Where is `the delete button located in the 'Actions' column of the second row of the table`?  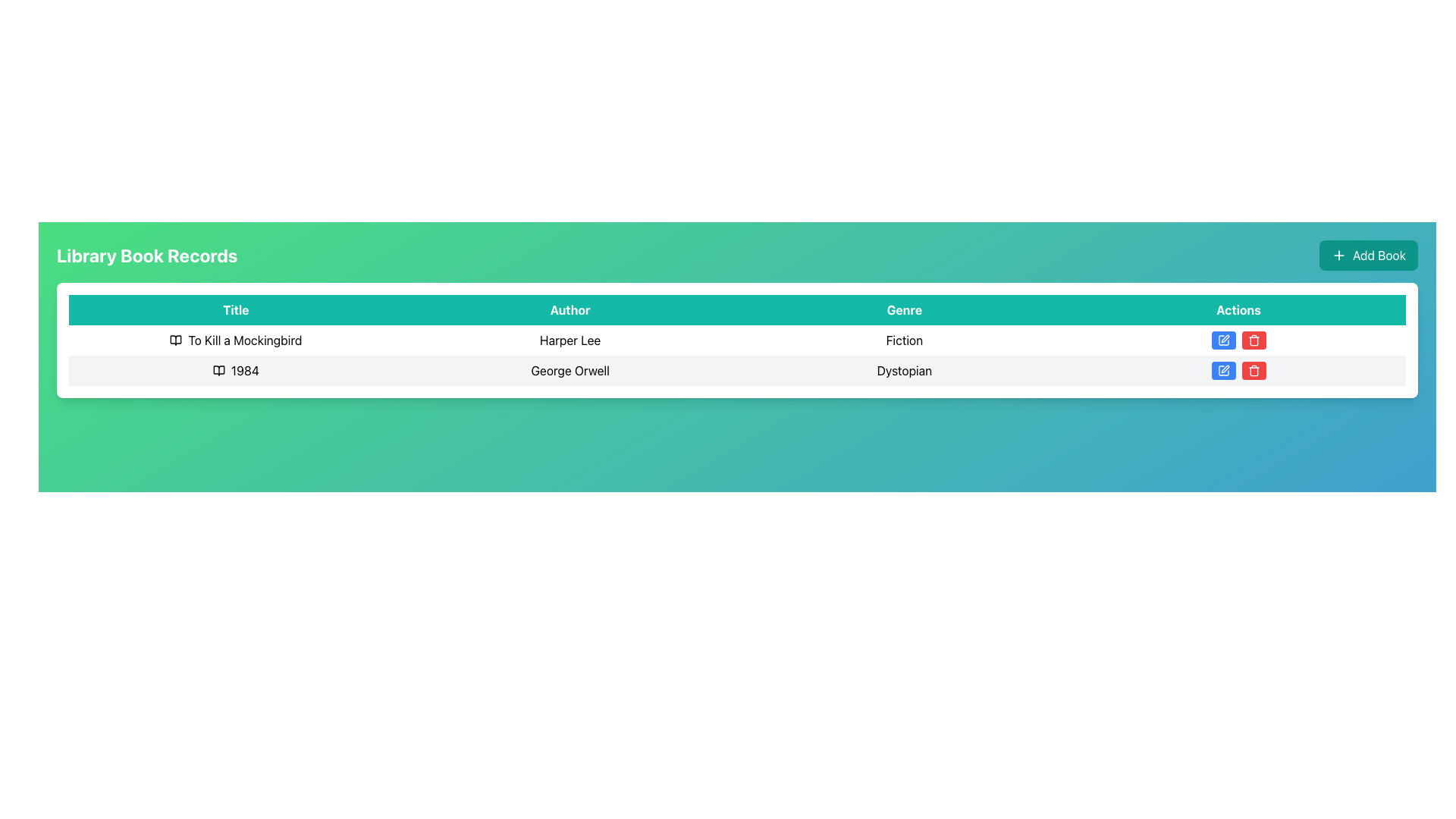 the delete button located in the 'Actions' column of the second row of the table is located at coordinates (1254, 339).